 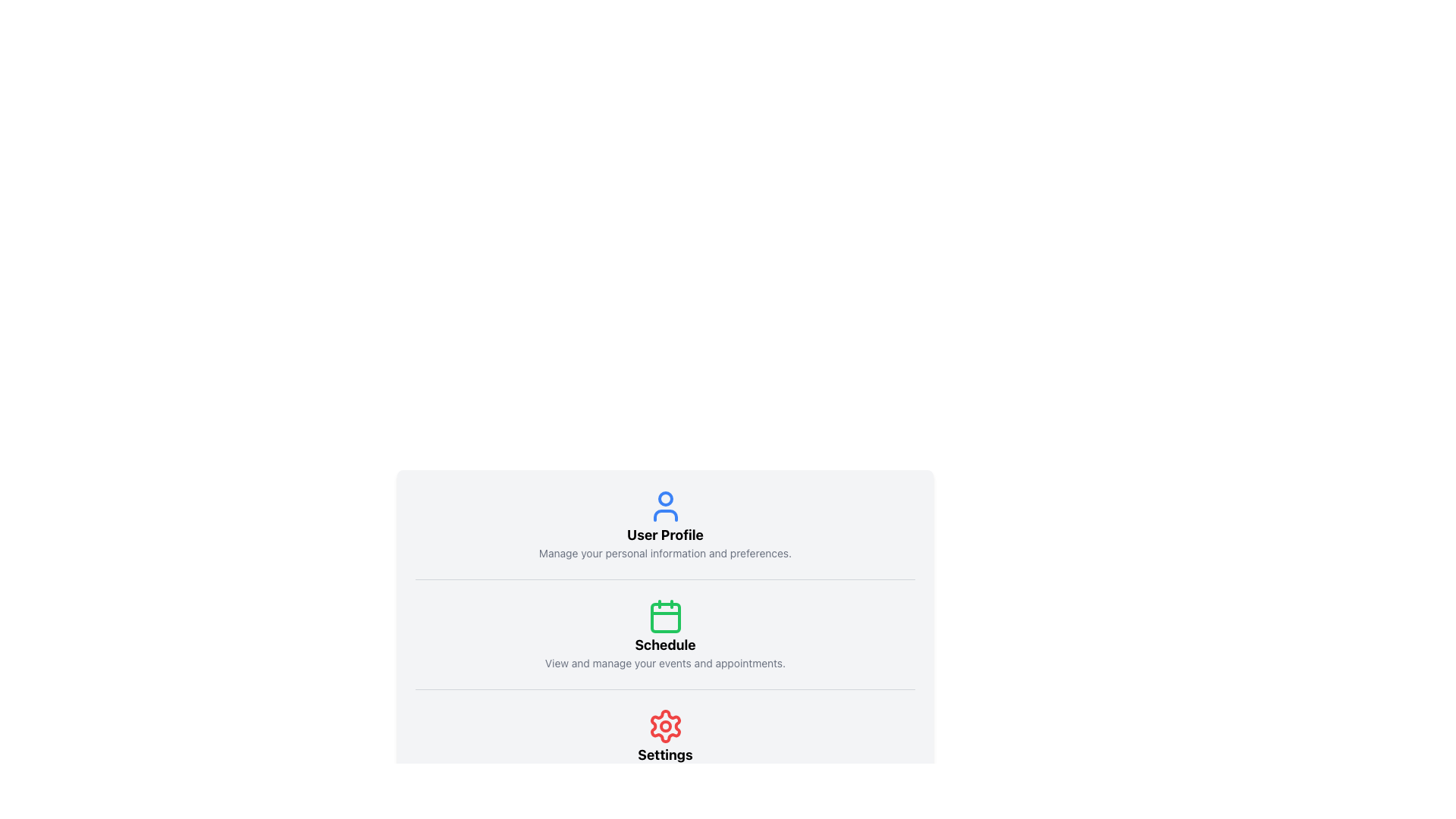 I want to click on the text line styled in gray containing 'Adjust configurations and preferences.', which is positioned directly below the 'Settings' label and the red gear icon, so click(x=665, y=773).